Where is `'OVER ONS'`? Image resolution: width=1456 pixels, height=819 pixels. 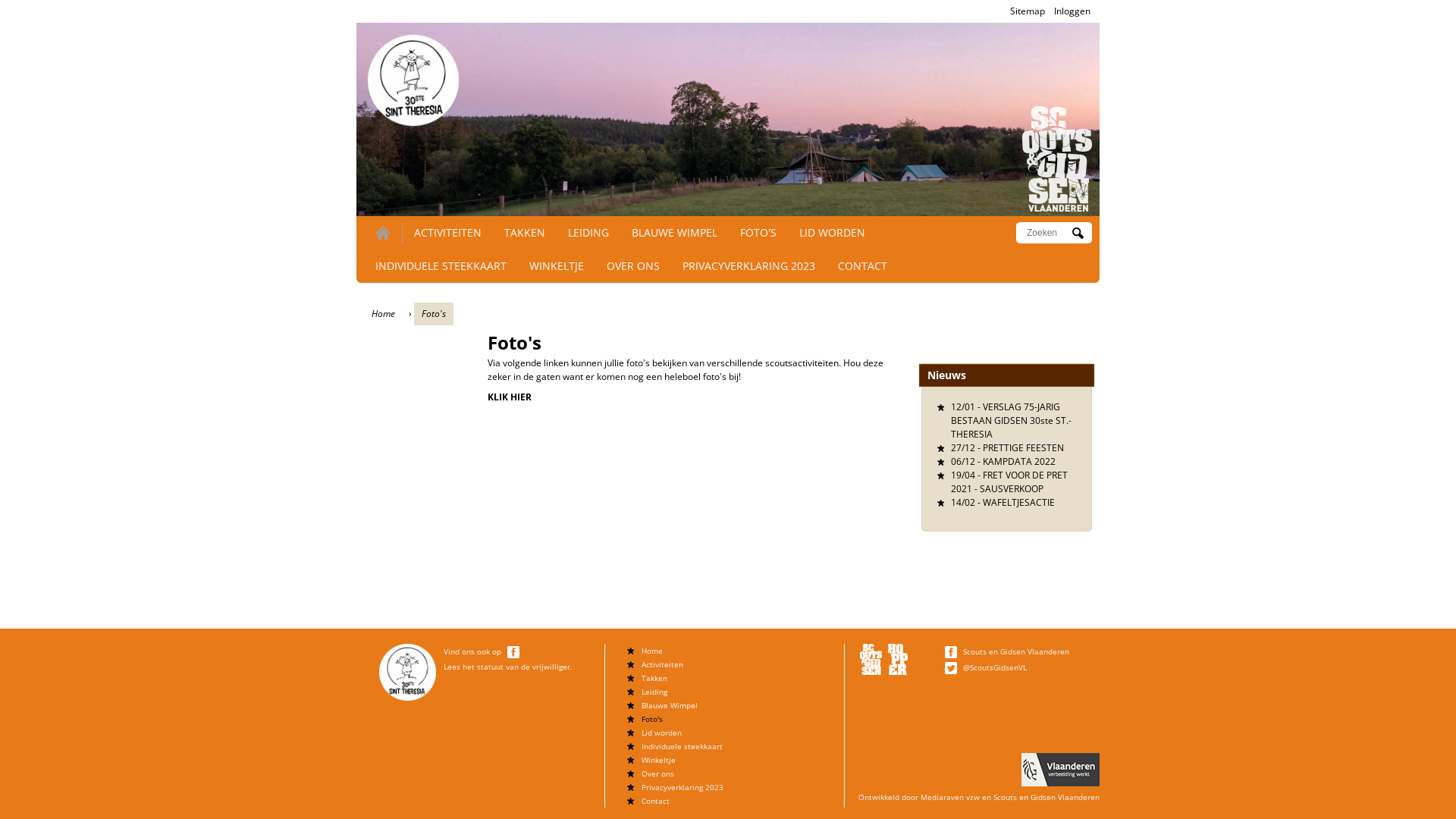 'OVER ONS' is located at coordinates (633, 265).